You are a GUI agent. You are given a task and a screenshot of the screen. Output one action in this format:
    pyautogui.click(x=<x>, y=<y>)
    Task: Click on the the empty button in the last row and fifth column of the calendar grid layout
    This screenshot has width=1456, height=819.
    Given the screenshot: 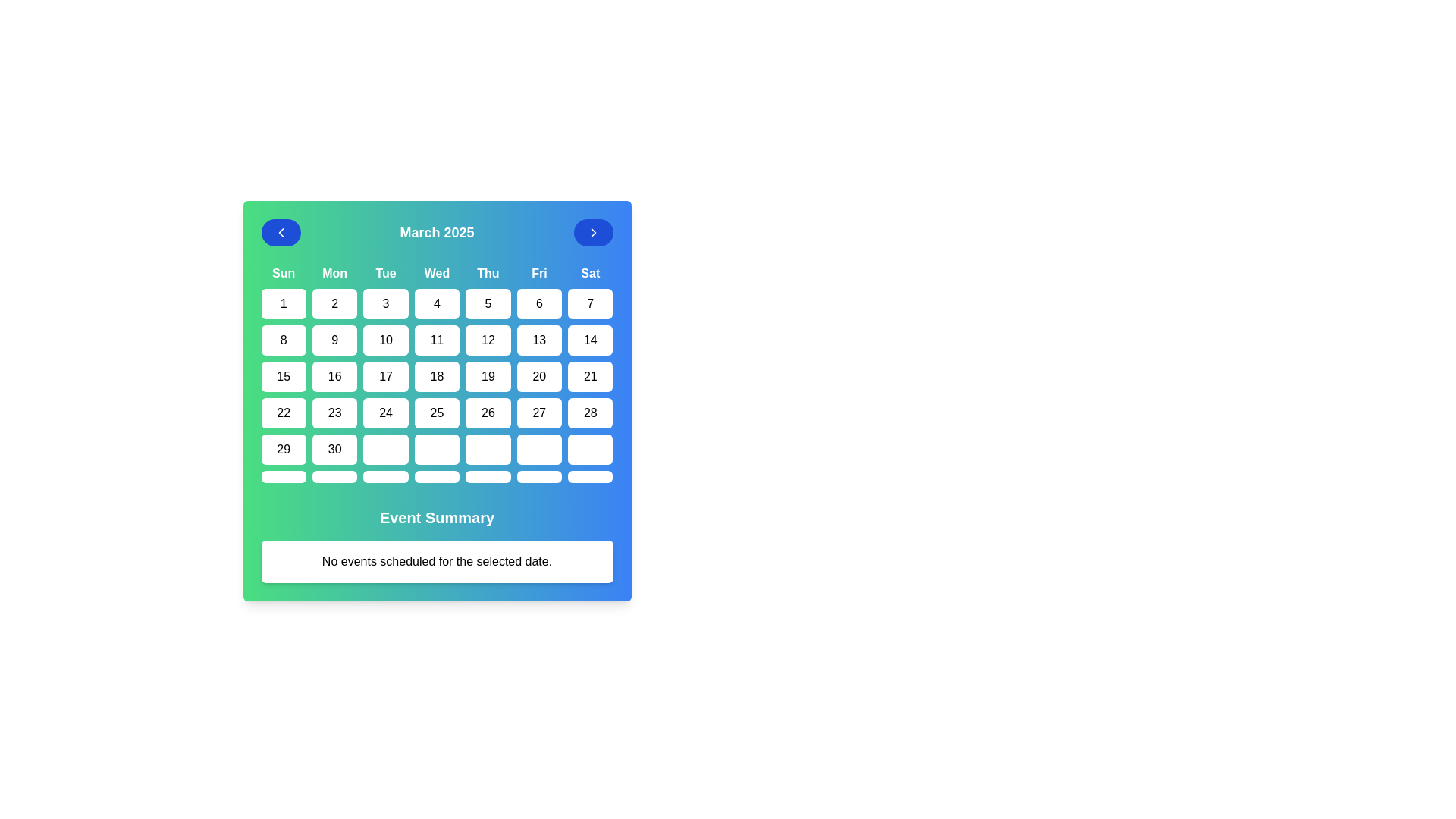 What is the action you would take?
    pyautogui.click(x=488, y=449)
    